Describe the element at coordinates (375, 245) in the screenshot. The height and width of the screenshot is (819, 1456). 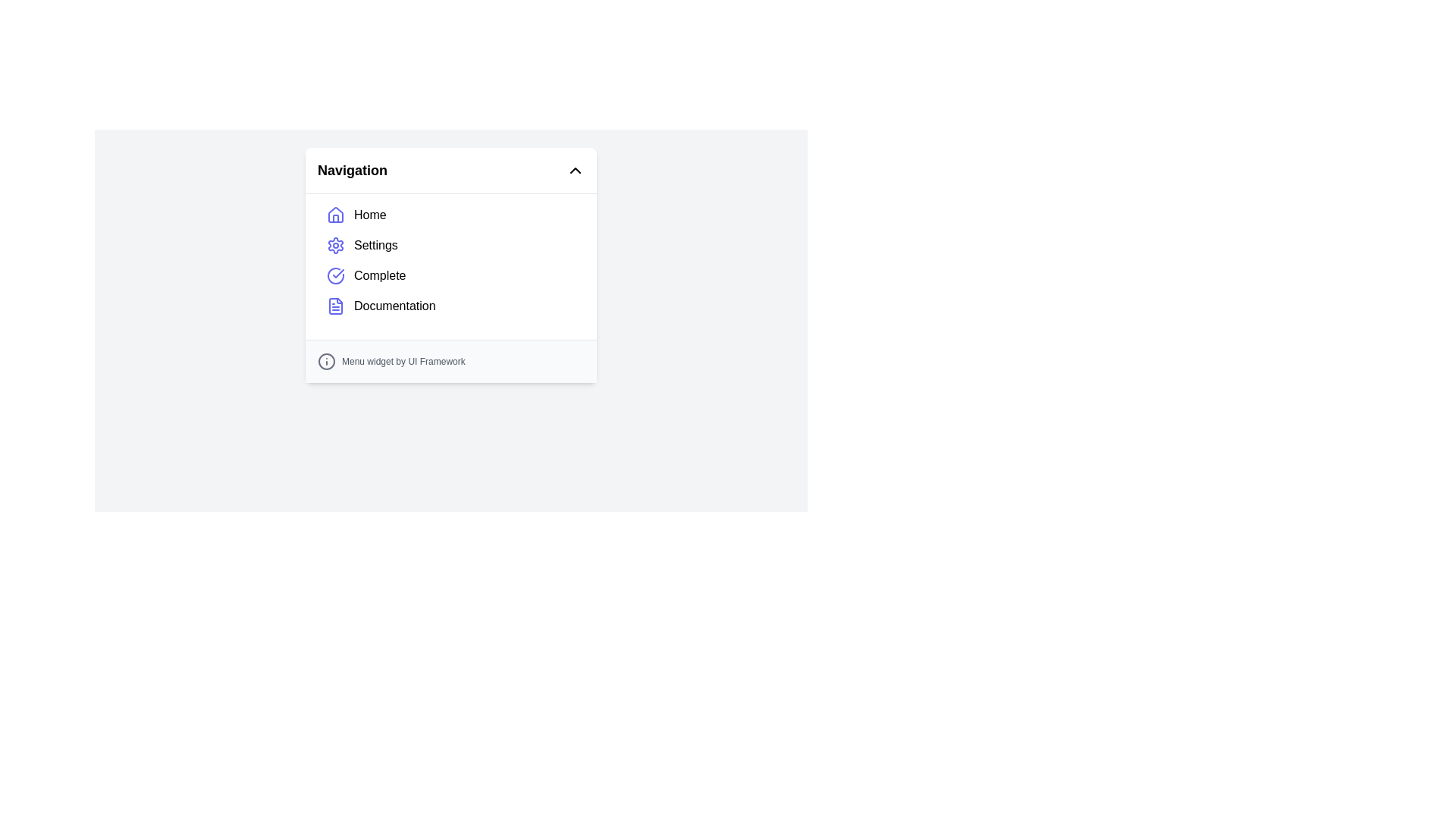
I see `the 'Settings' text label in the navigation menu` at that location.